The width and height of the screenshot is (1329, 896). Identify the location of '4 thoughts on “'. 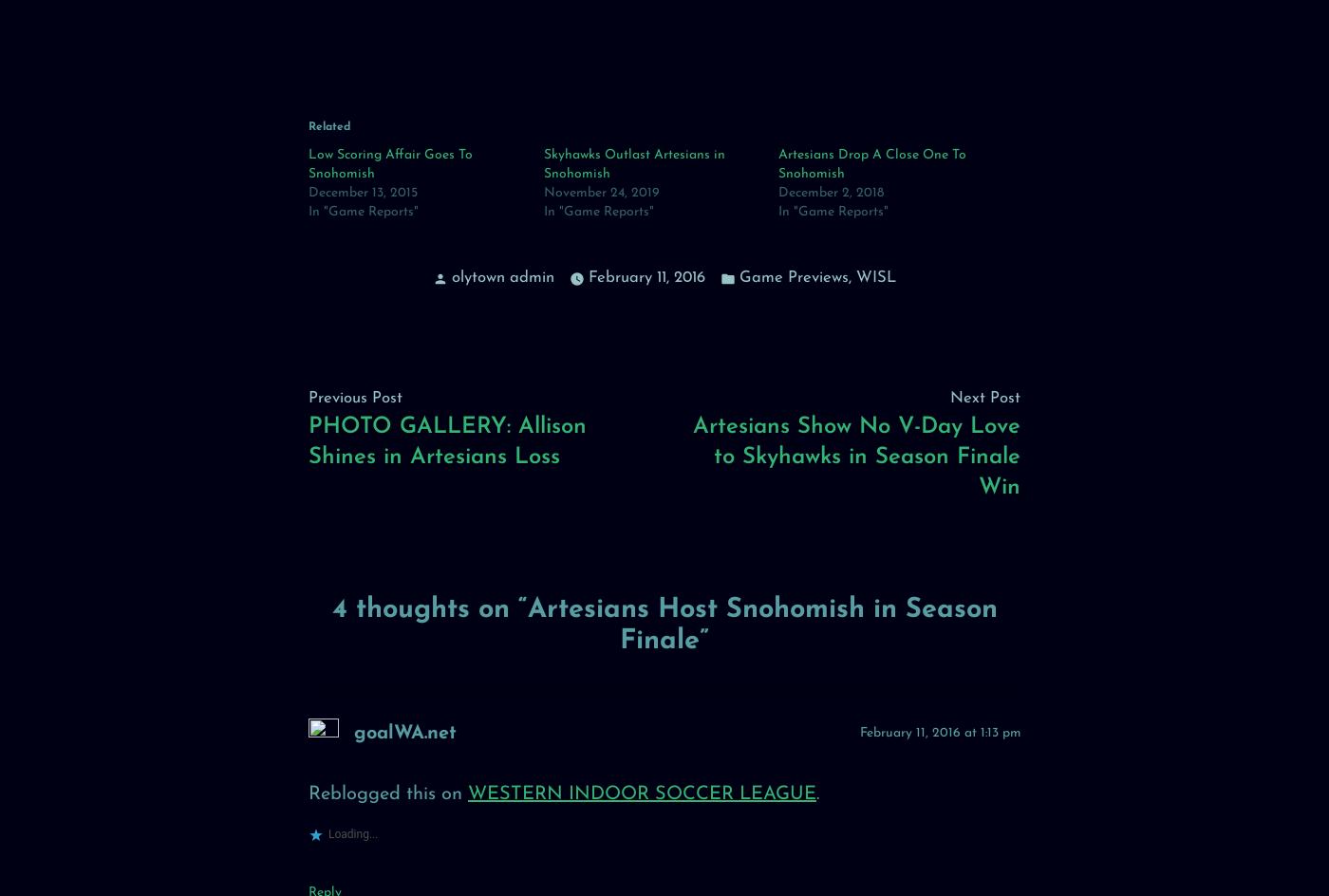
(429, 609).